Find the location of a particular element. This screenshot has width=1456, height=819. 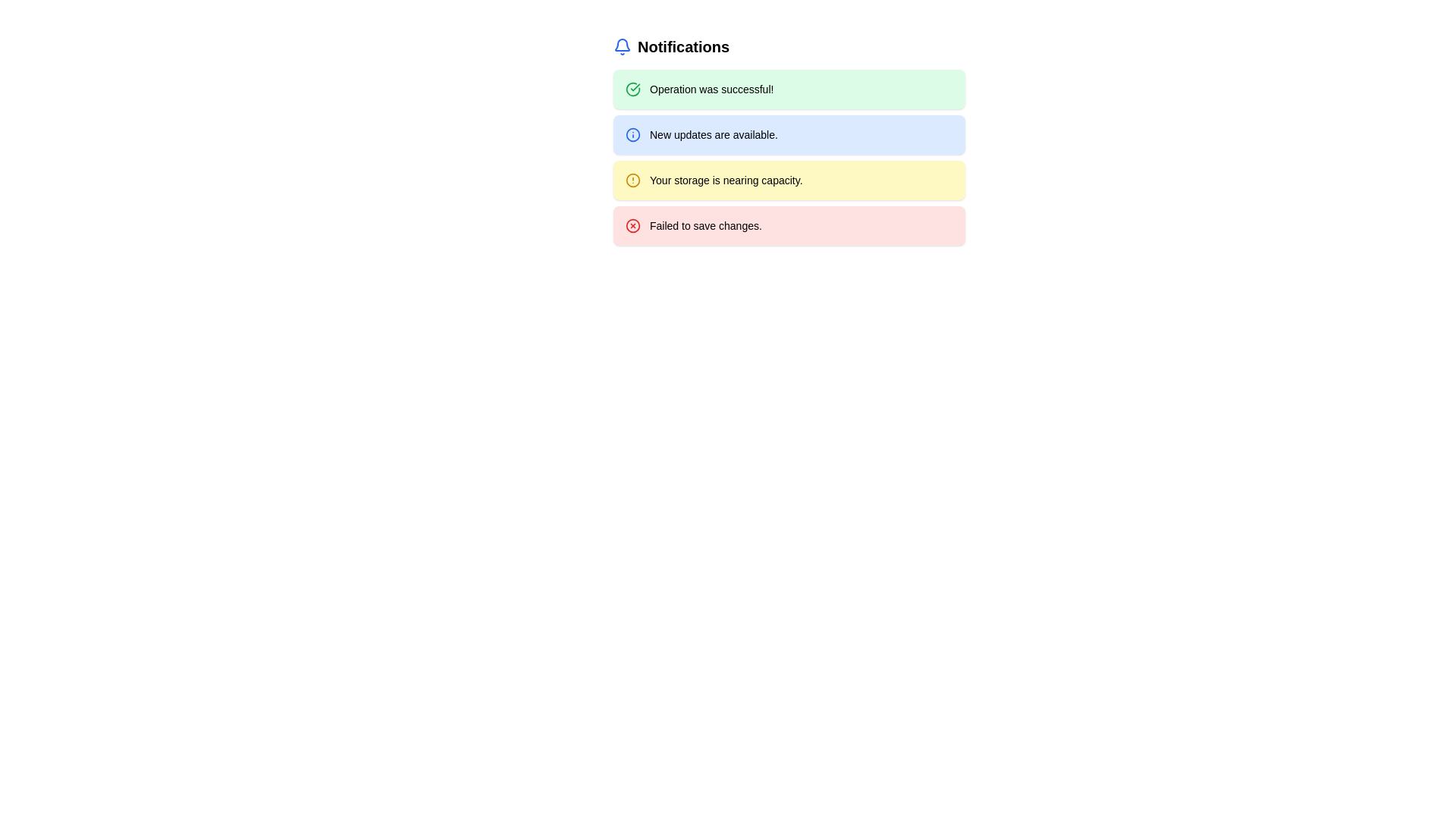

the Decorative Circle element, which is the circular border within the second notification icon from the top in the notification list, styled with a blue stroke is located at coordinates (633, 133).